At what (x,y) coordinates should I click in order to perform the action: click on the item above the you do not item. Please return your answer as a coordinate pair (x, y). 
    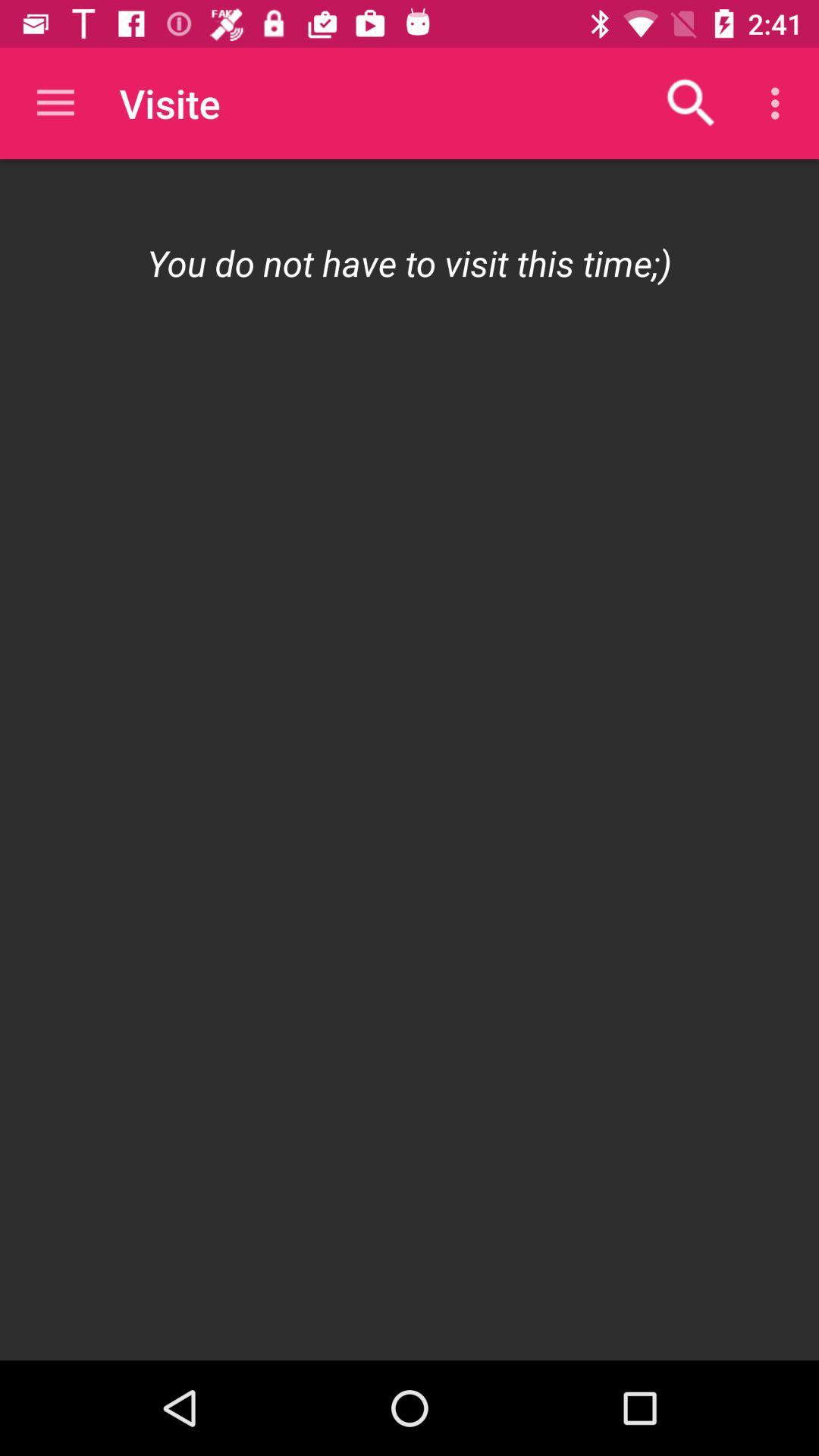
    Looking at the image, I should click on (779, 102).